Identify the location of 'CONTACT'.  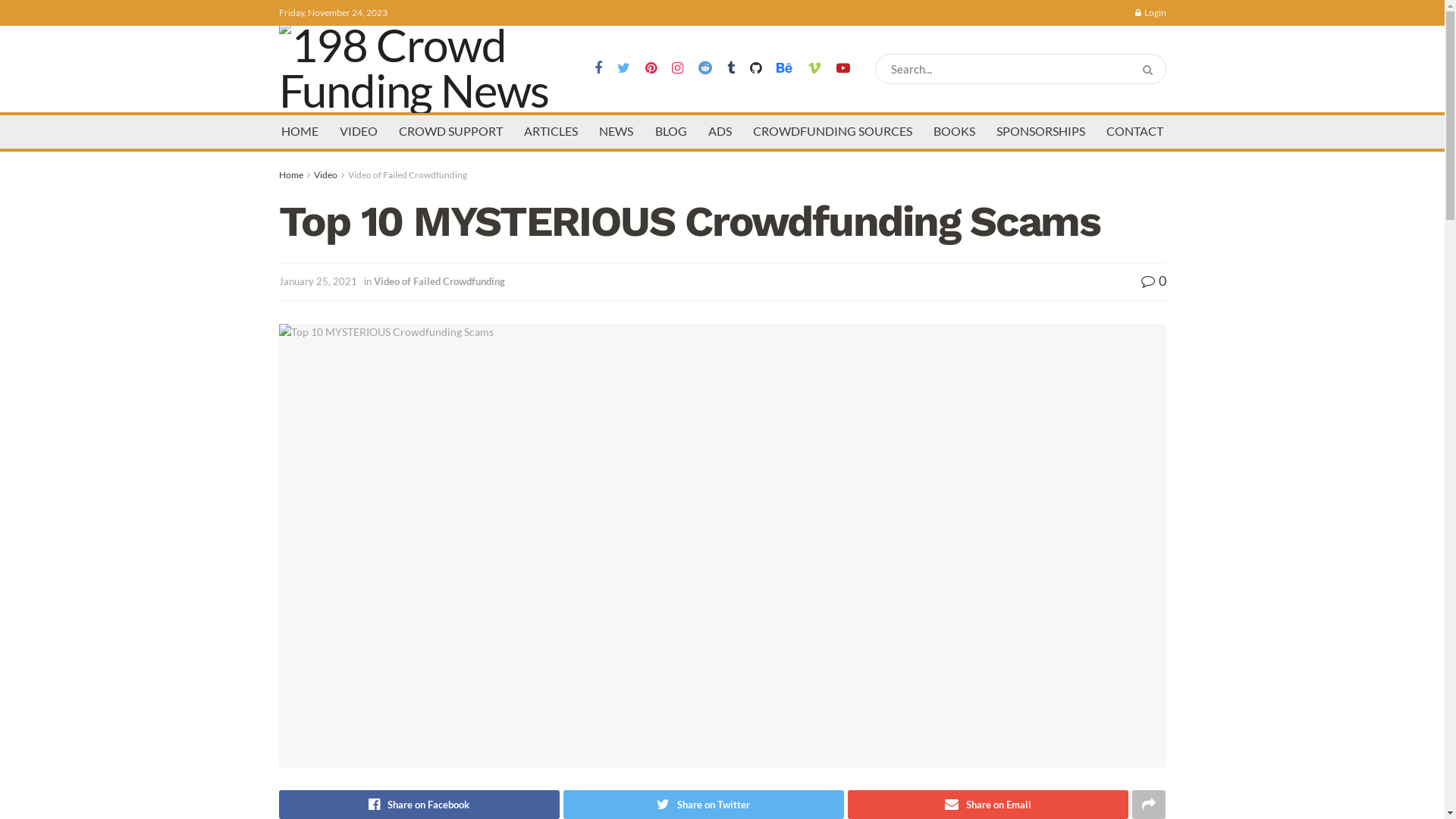
(1134, 130).